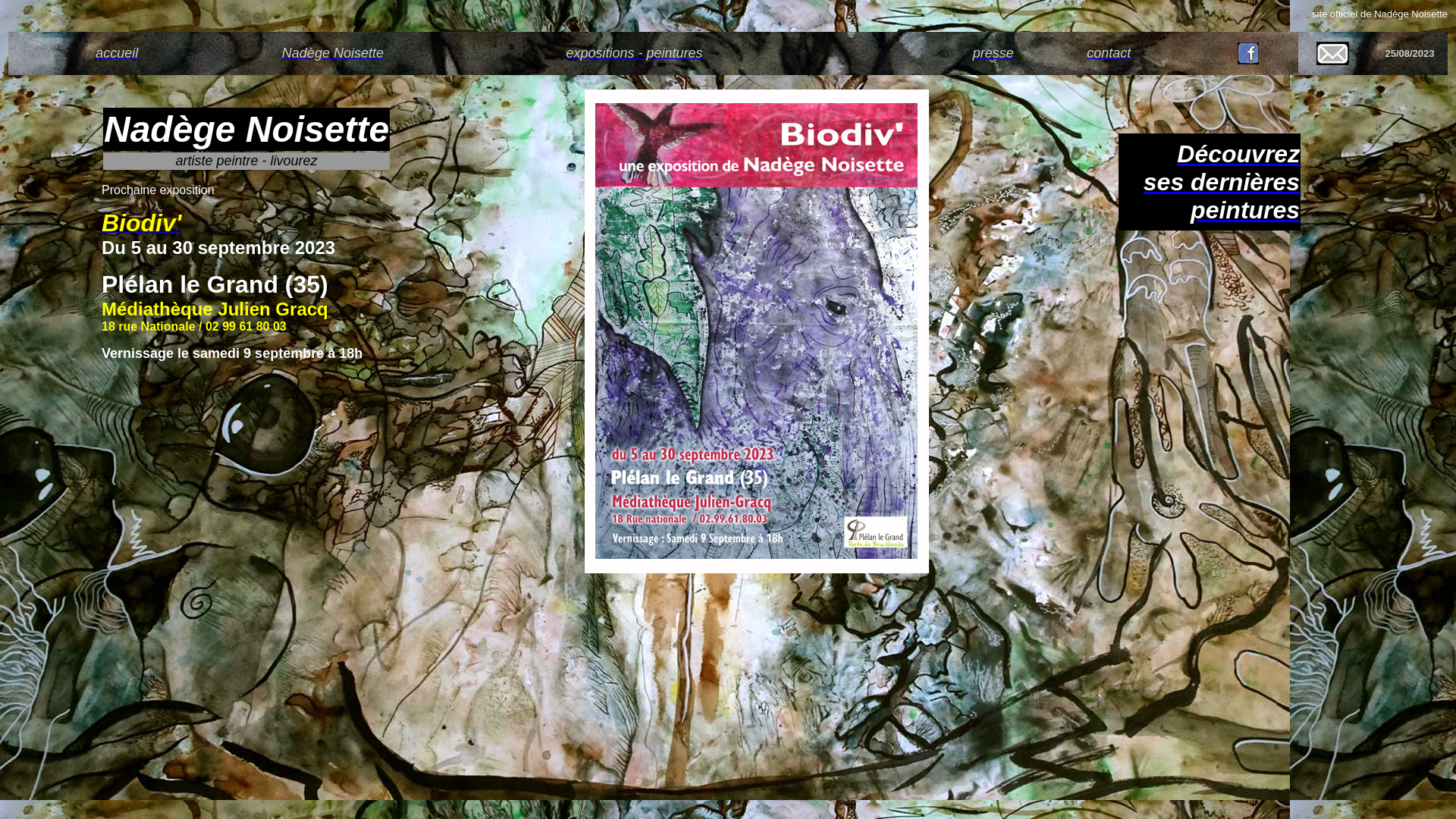  Describe the element at coordinates (141, 227) in the screenshot. I see `'Biodiv''` at that location.